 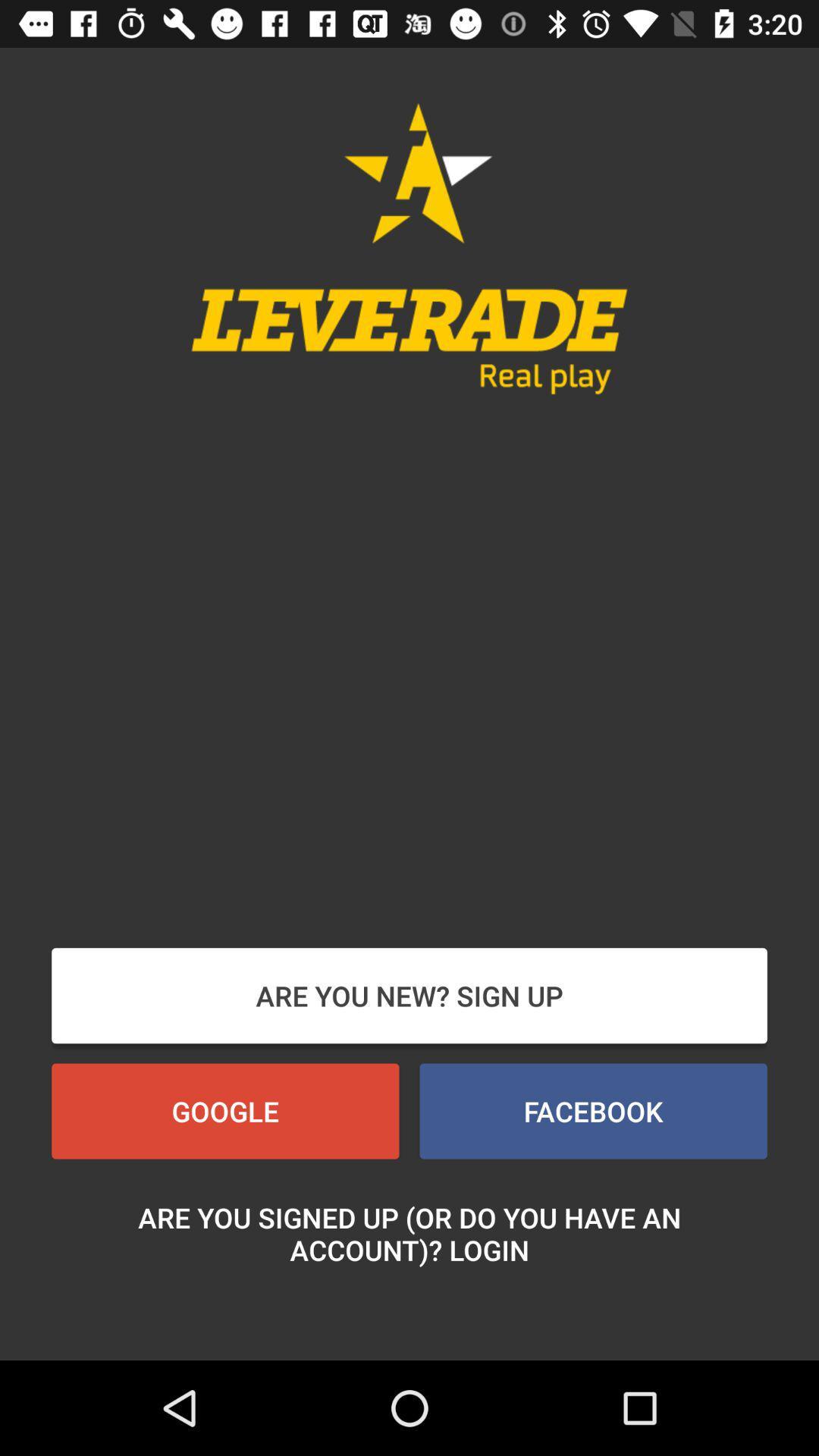 I want to click on google, so click(x=225, y=1111).